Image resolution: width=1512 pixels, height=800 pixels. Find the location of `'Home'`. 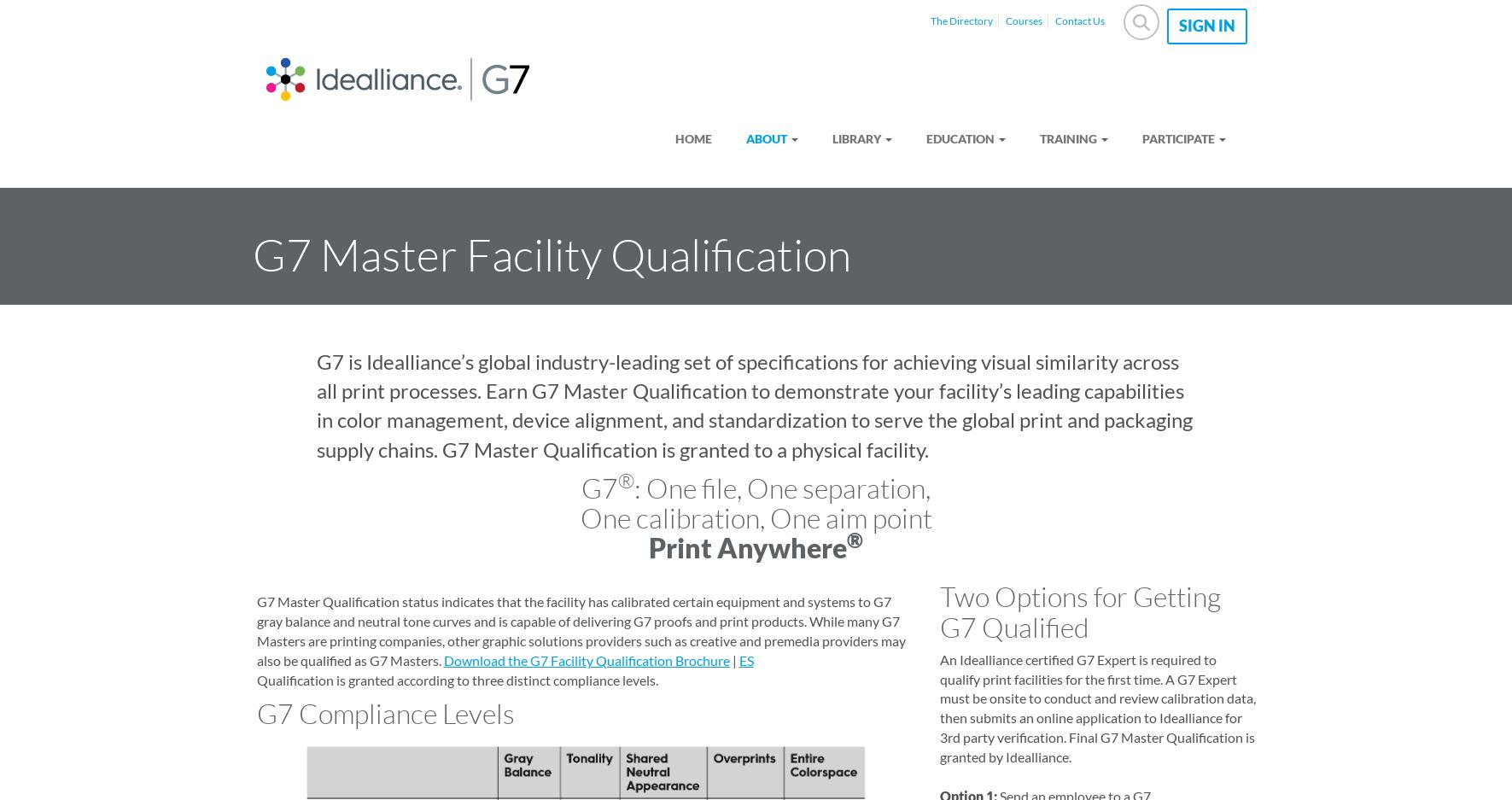

'Home' is located at coordinates (692, 137).